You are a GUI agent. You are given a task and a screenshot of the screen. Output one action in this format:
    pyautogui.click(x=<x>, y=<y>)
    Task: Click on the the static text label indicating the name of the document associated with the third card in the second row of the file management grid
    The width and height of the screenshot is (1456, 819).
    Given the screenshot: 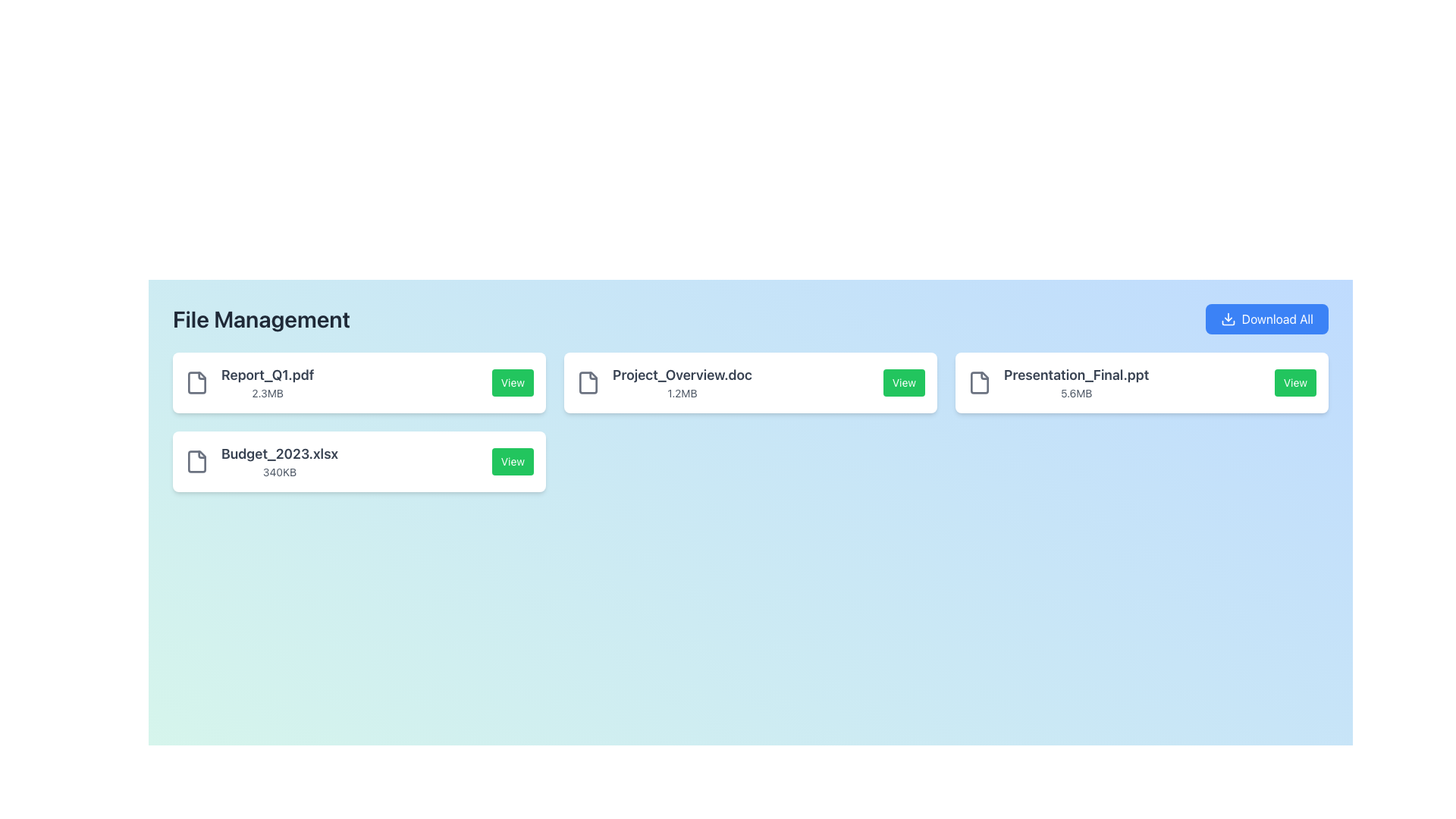 What is the action you would take?
    pyautogui.click(x=681, y=375)
    